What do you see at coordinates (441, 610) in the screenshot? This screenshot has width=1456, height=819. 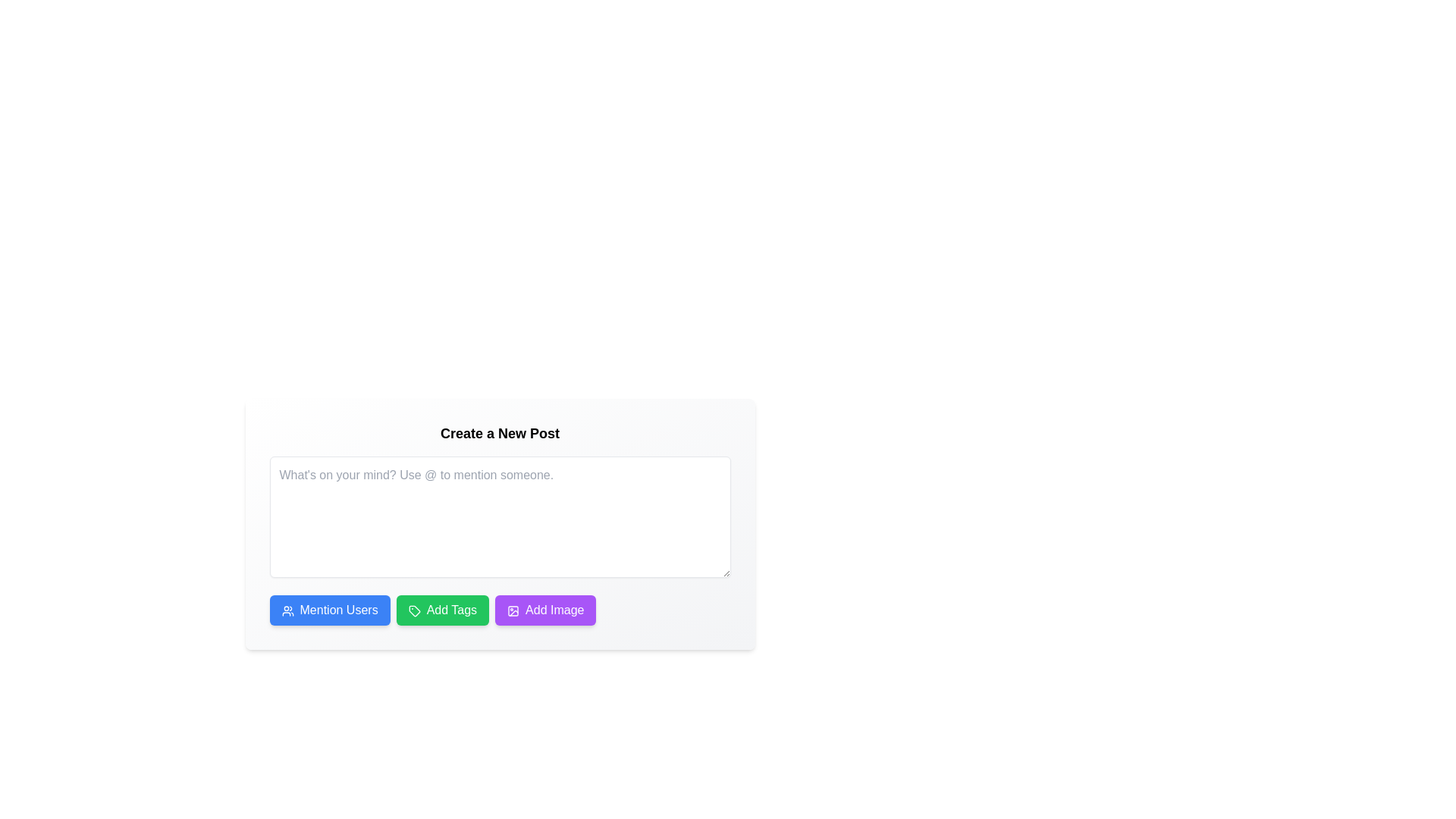 I see `the 'Add Tags' button, which is the second button in a horizontal row between the 'Mention Users' button and the 'Add Image' button` at bounding box center [441, 610].